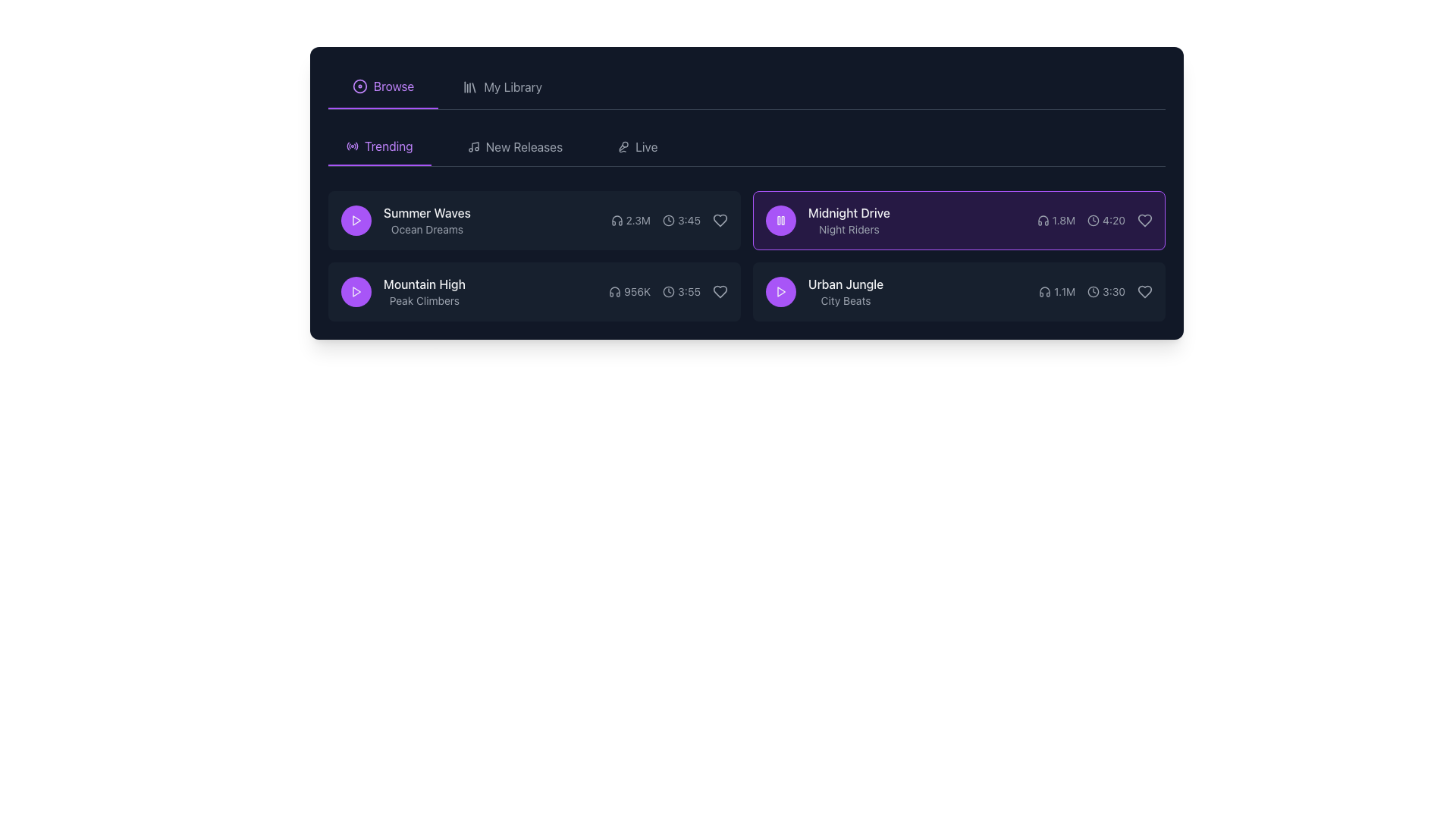 The image size is (1456, 819). What do you see at coordinates (1044, 292) in the screenshot?
I see `the headphones icon located to the left of the number '1.1M' in the 'Urban Jungle' track entry` at bounding box center [1044, 292].